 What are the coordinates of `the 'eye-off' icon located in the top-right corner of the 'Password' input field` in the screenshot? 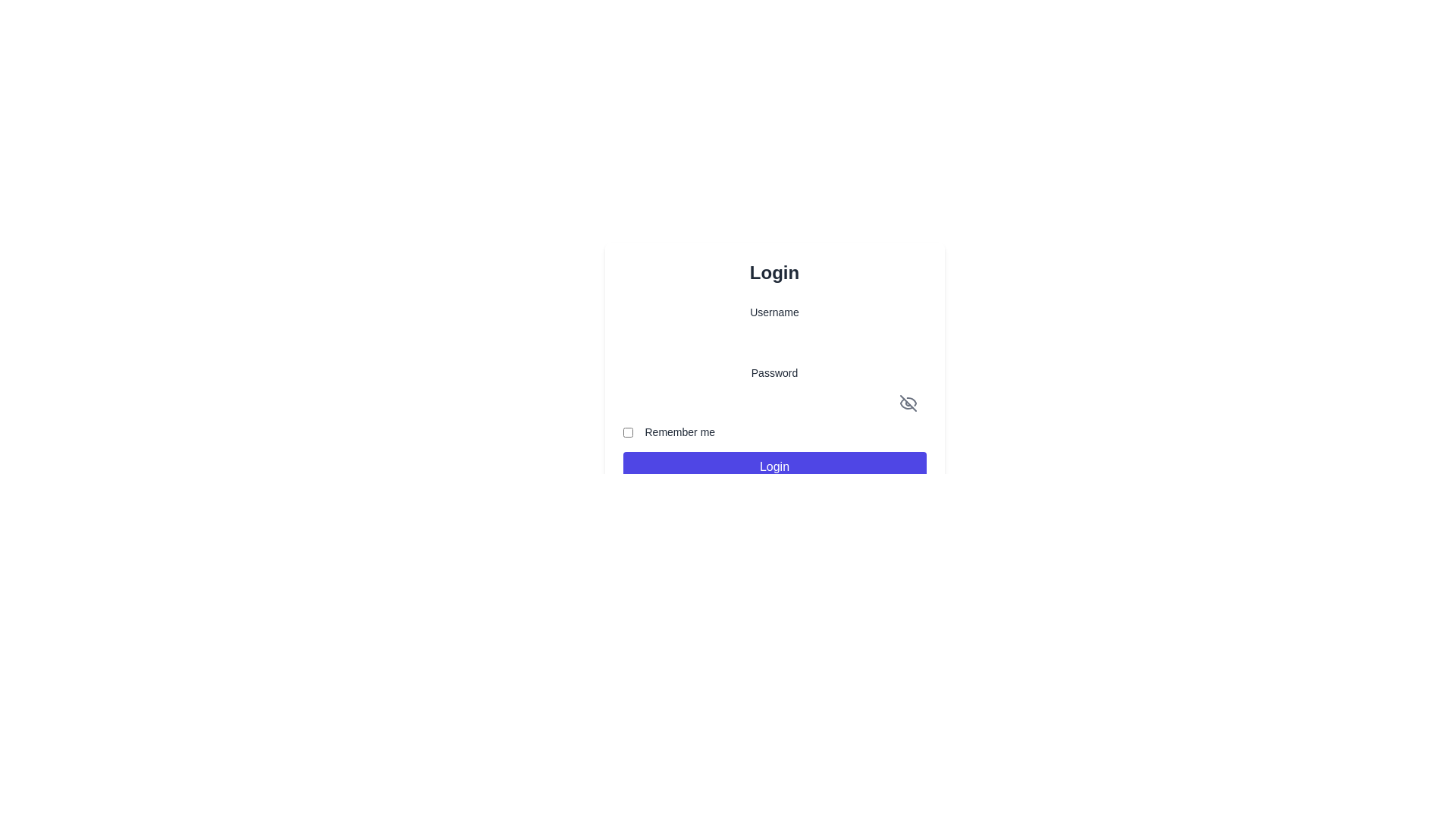 It's located at (910, 400).